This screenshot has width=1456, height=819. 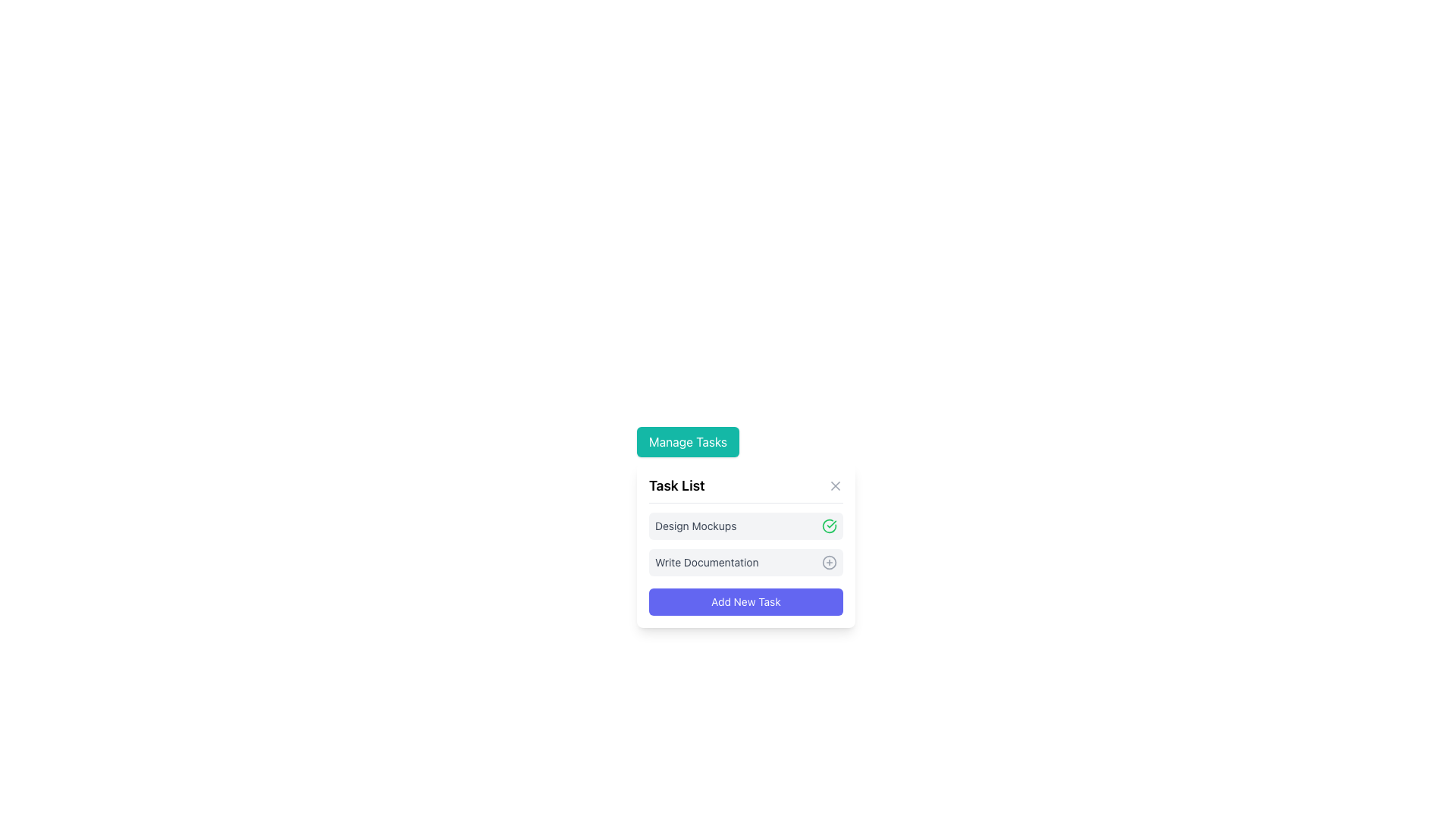 What do you see at coordinates (687, 441) in the screenshot?
I see `the 'Manage Tasks' button, which is a rectangular button with a teal background and white text, located above the 'Task List' header in the task management interface` at bounding box center [687, 441].